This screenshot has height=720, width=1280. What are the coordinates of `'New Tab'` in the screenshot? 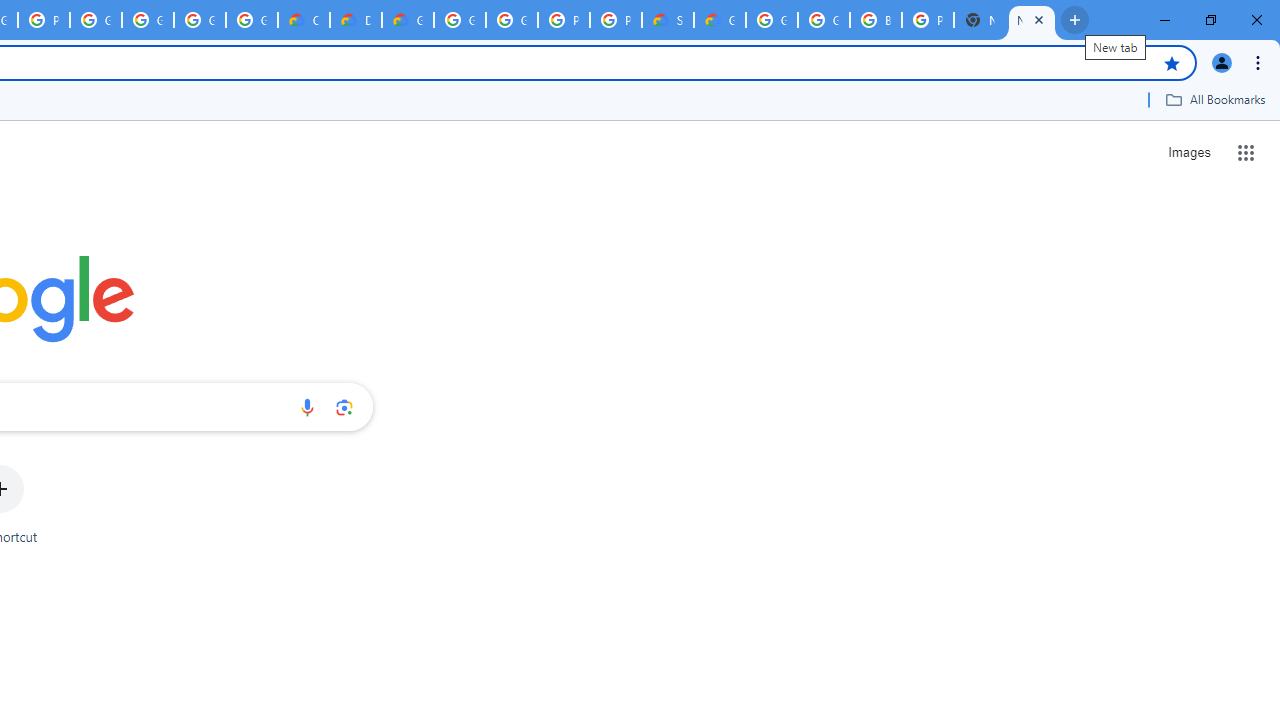 It's located at (1032, 20).